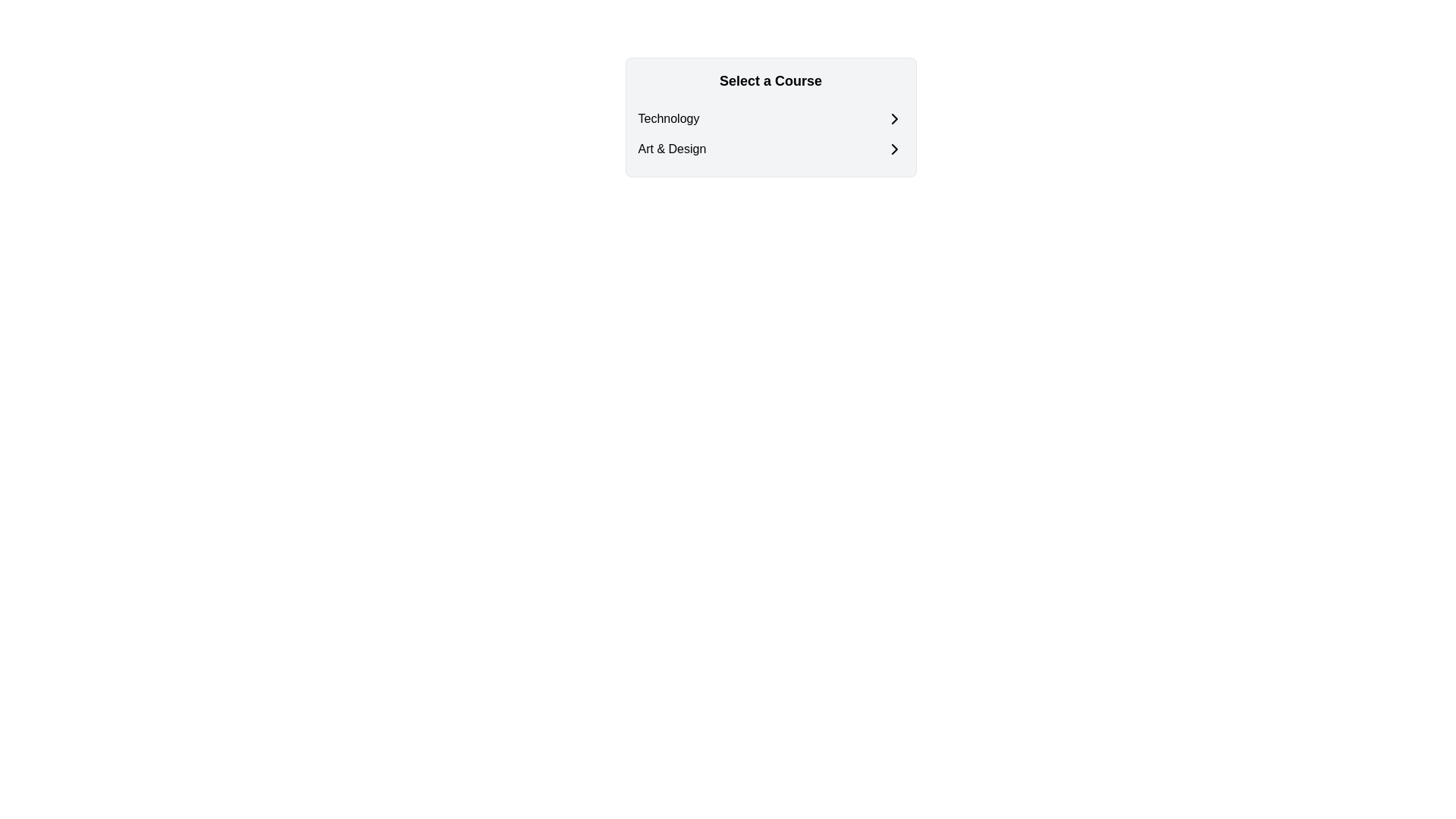 The image size is (1456, 819). I want to click on the rightward-pointing chevron icon located at the far-right end of the 'Art & Design' button, so click(894, 149).